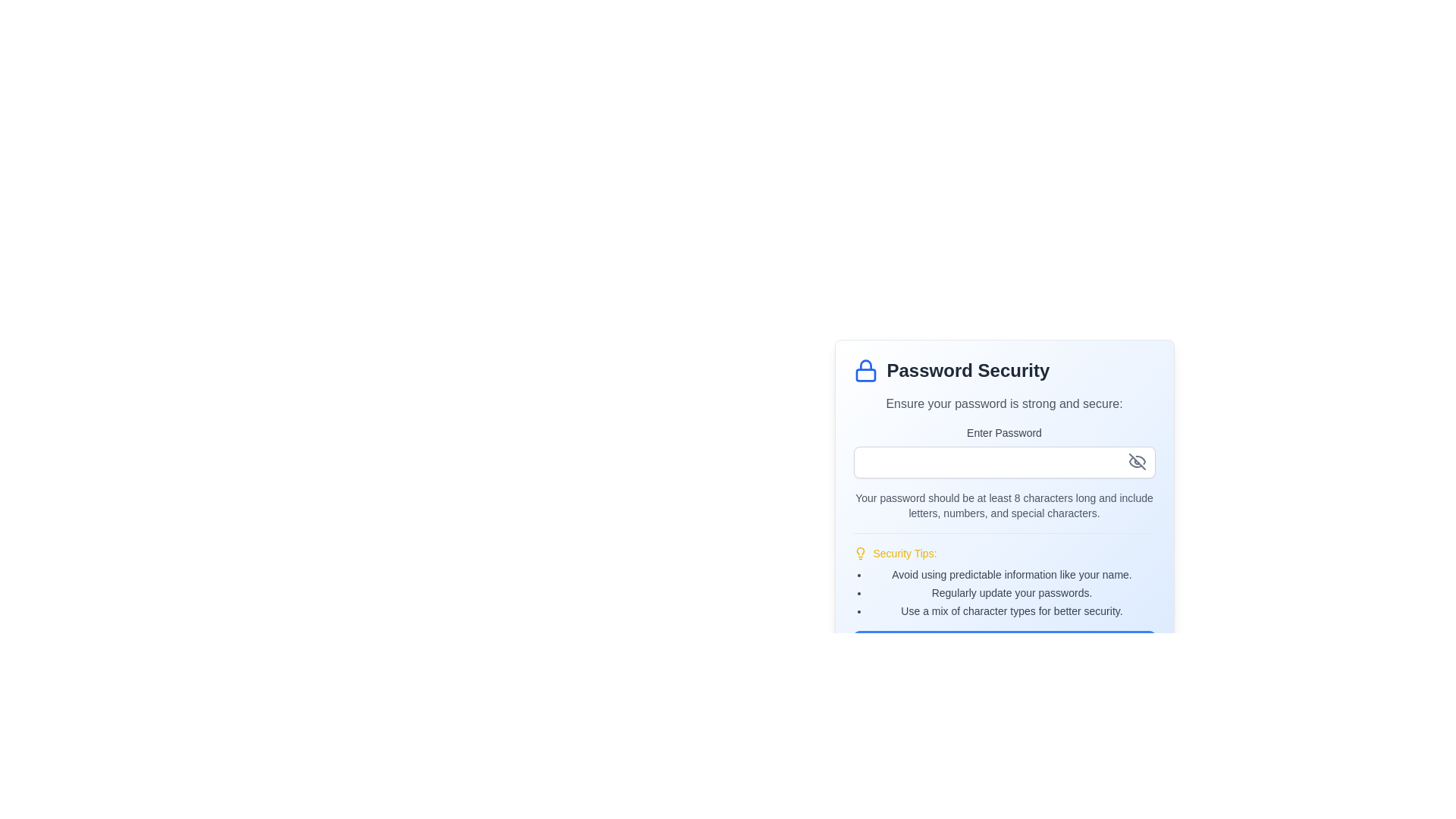  I want to click on text from the Unordered List located under the 'Security Tips:' section in the 'Password Security' panel, which contains three entries styled with bullet points, so click(1004, 592).